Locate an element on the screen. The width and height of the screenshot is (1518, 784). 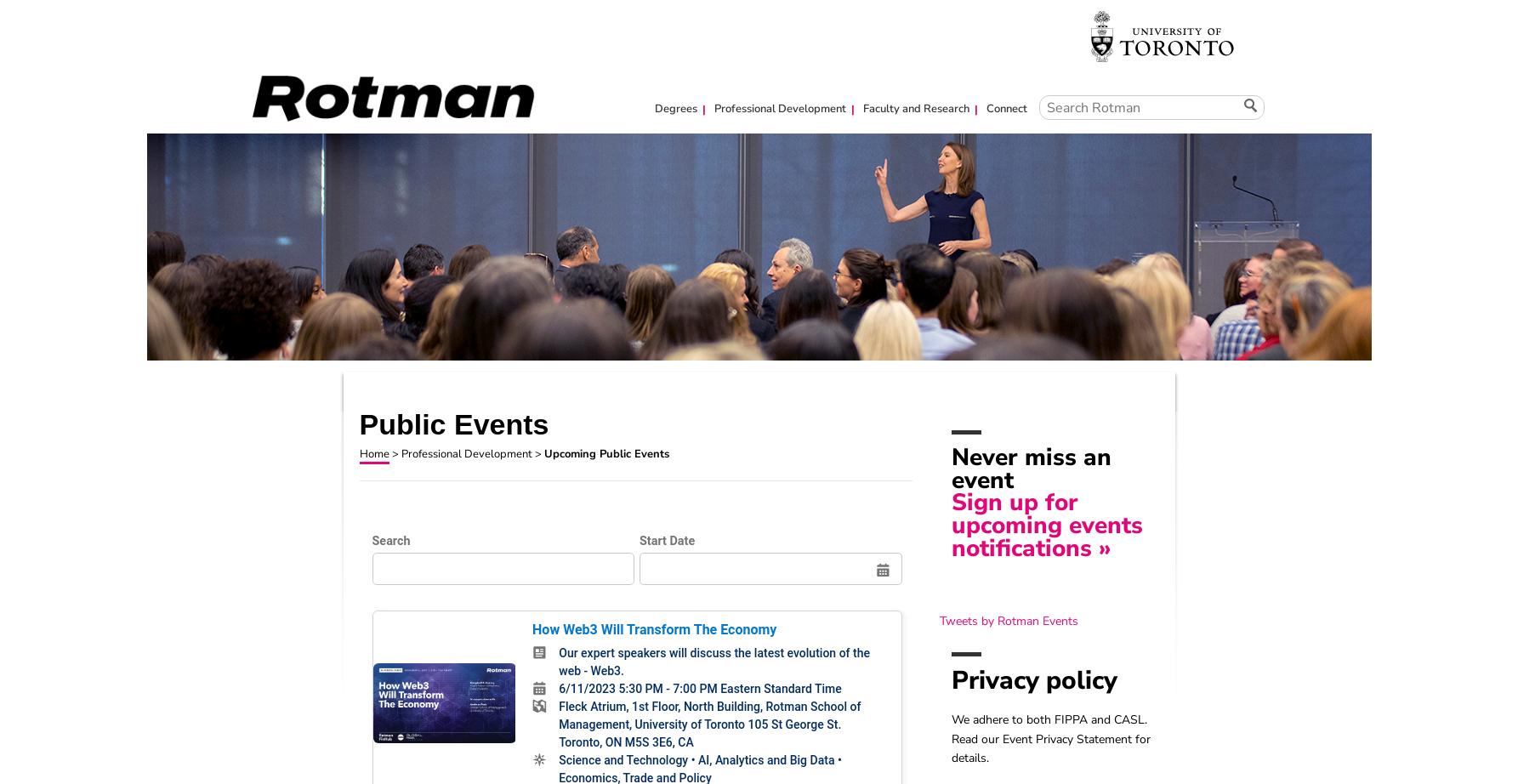
'>
            
            Professional Development
            
        >' is located at coordinates (465, 454).